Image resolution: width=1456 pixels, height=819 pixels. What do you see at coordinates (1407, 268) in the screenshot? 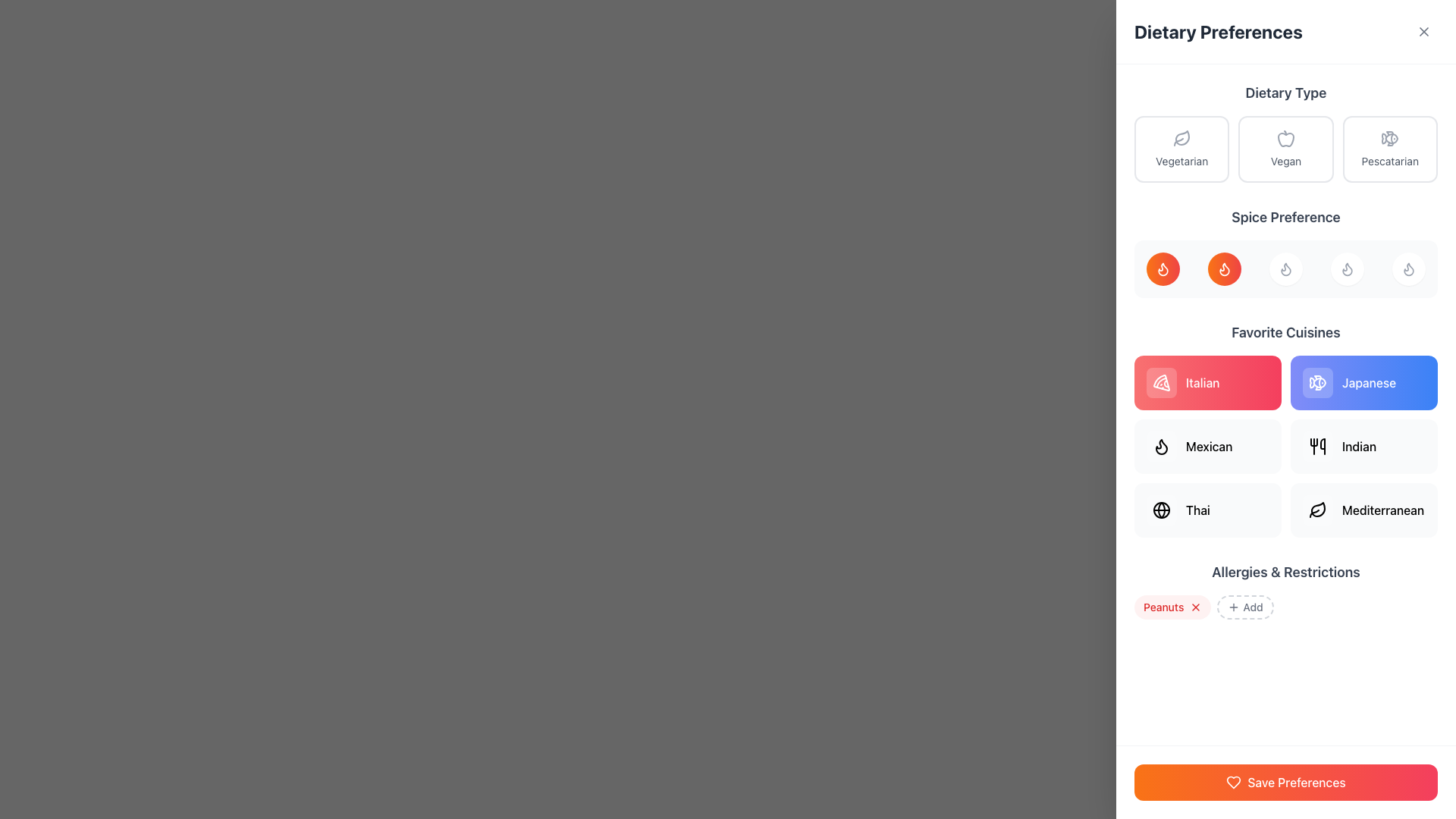
I see `the fifth flame-shaped icon in the 'Spice Preference' section` at bounding box center [1407, 268].